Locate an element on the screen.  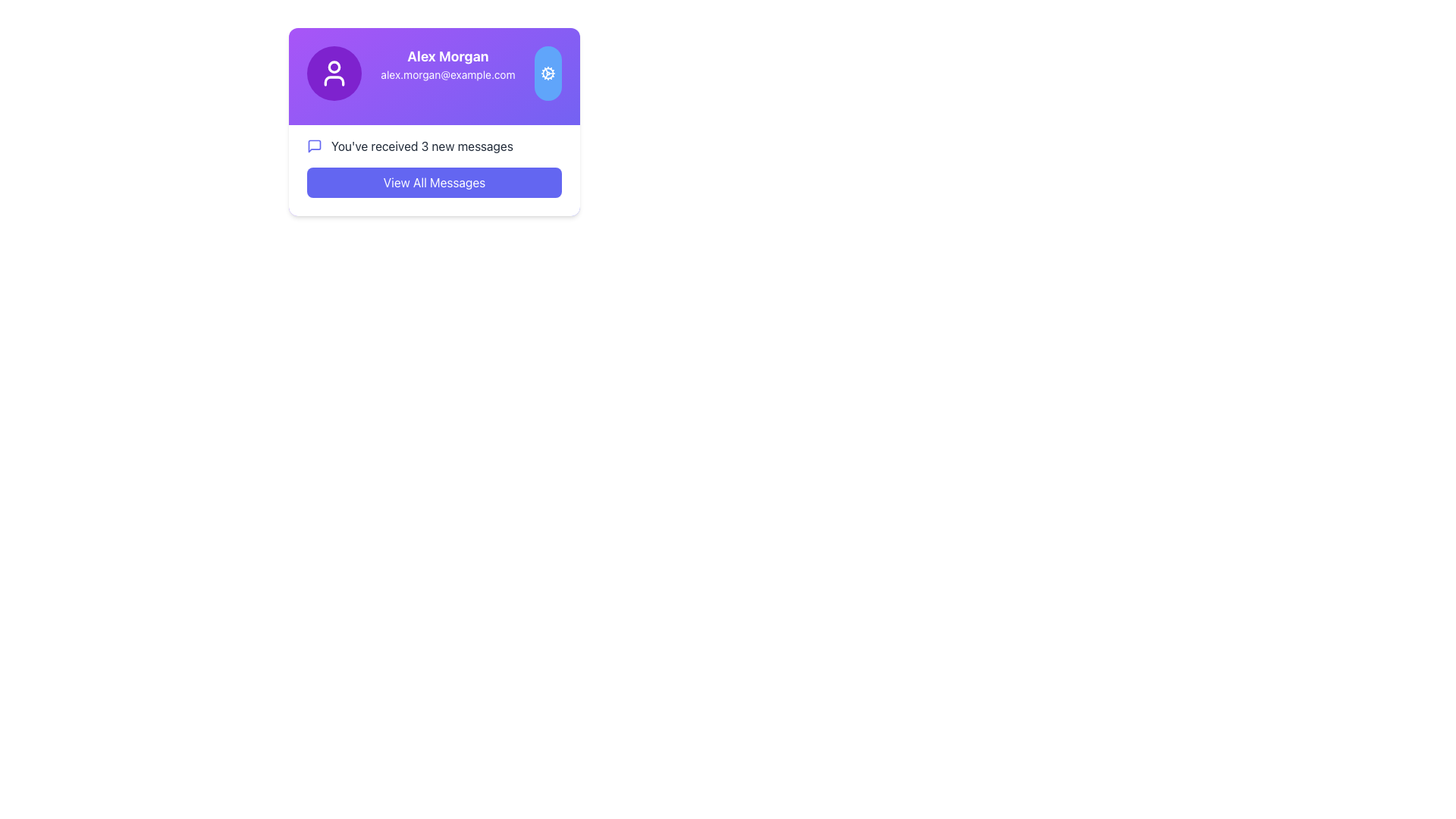
the notification label that informs the user about the number of new messages received, positioned below the message icon and above the styled button is located at coordinates (422, 146).